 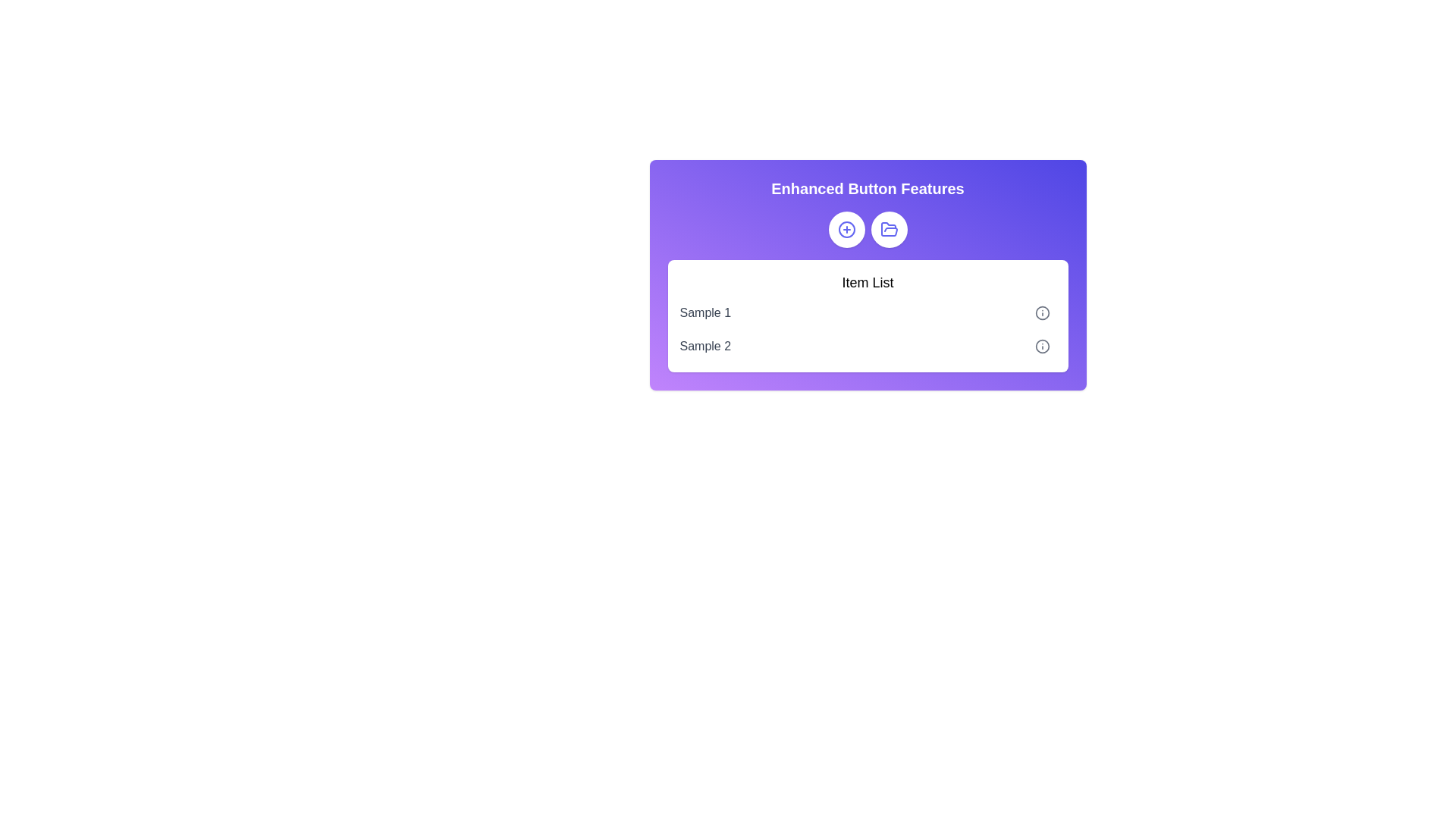 What do you see at coordinates (1041, 346) in the screenshot?
I see `the circular button with an information icon located to the far right of 'Sample 2' in the item list` at bounding box center [1041, 346].